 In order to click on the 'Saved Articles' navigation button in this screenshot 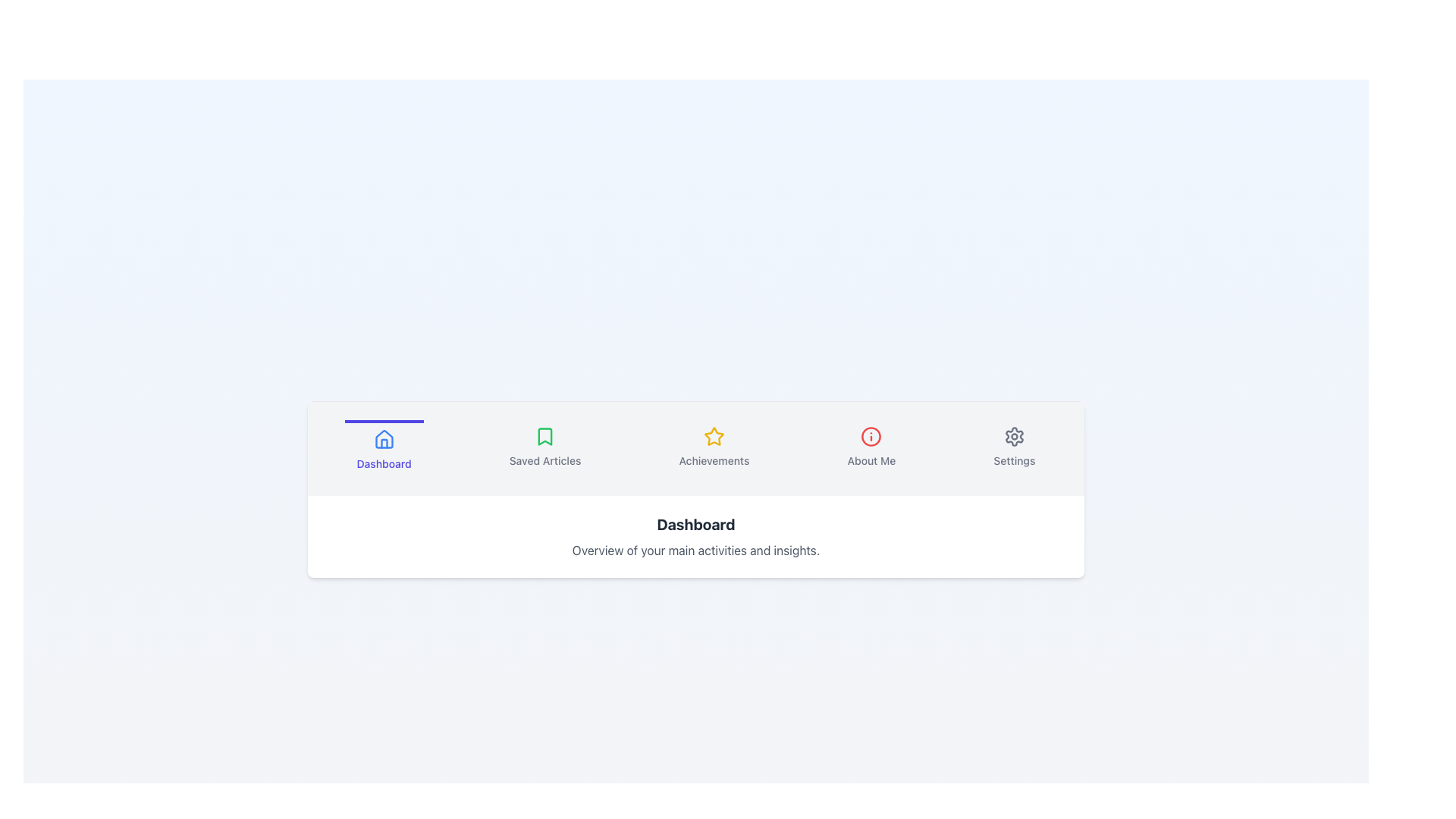, I will do `click(545, 447)`.